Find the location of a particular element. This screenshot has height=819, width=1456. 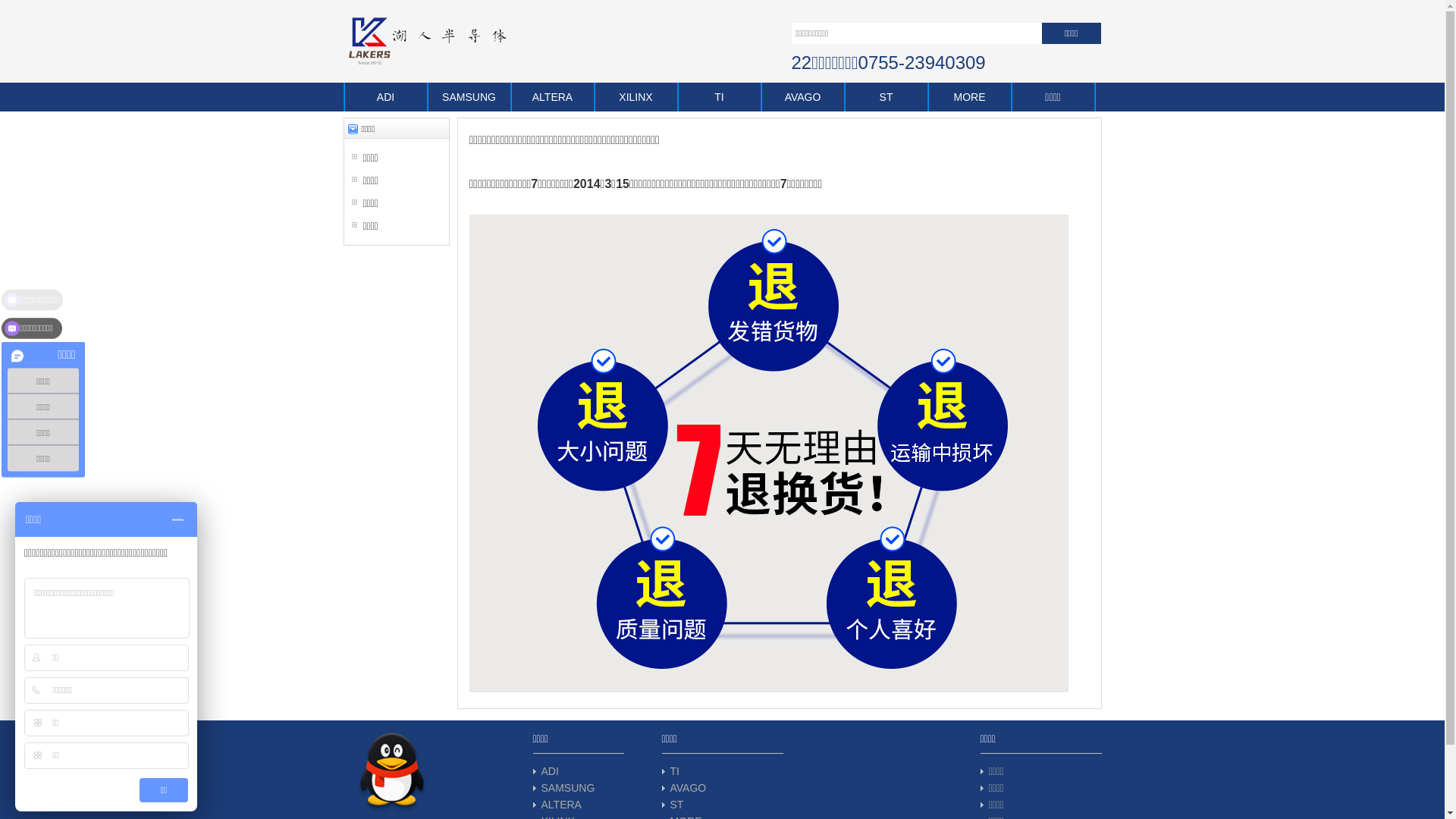

'XILINX' is located at coordinates (636, 96).